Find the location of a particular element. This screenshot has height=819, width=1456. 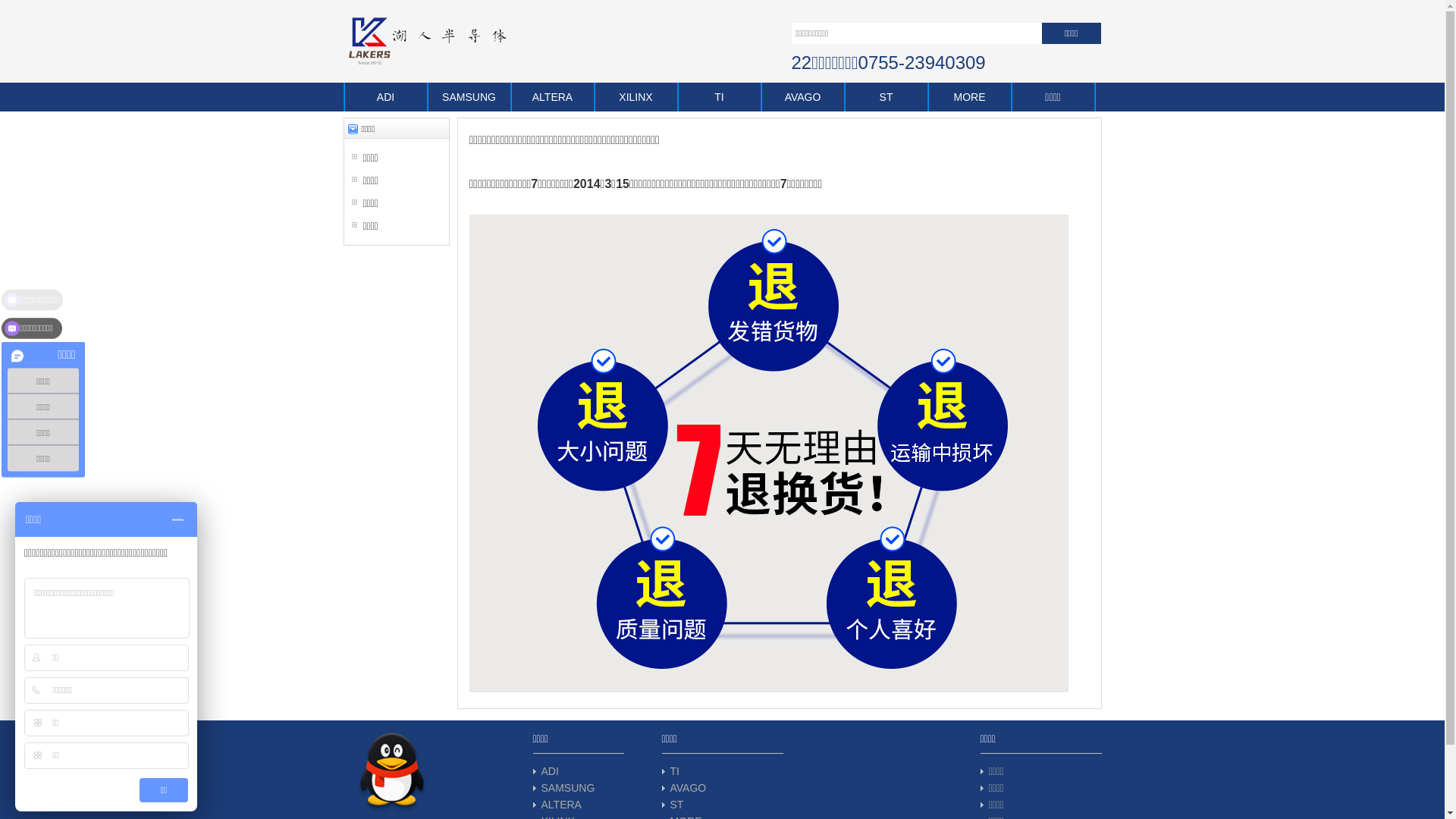

'XILINX' is located at coordinates (636, 96).